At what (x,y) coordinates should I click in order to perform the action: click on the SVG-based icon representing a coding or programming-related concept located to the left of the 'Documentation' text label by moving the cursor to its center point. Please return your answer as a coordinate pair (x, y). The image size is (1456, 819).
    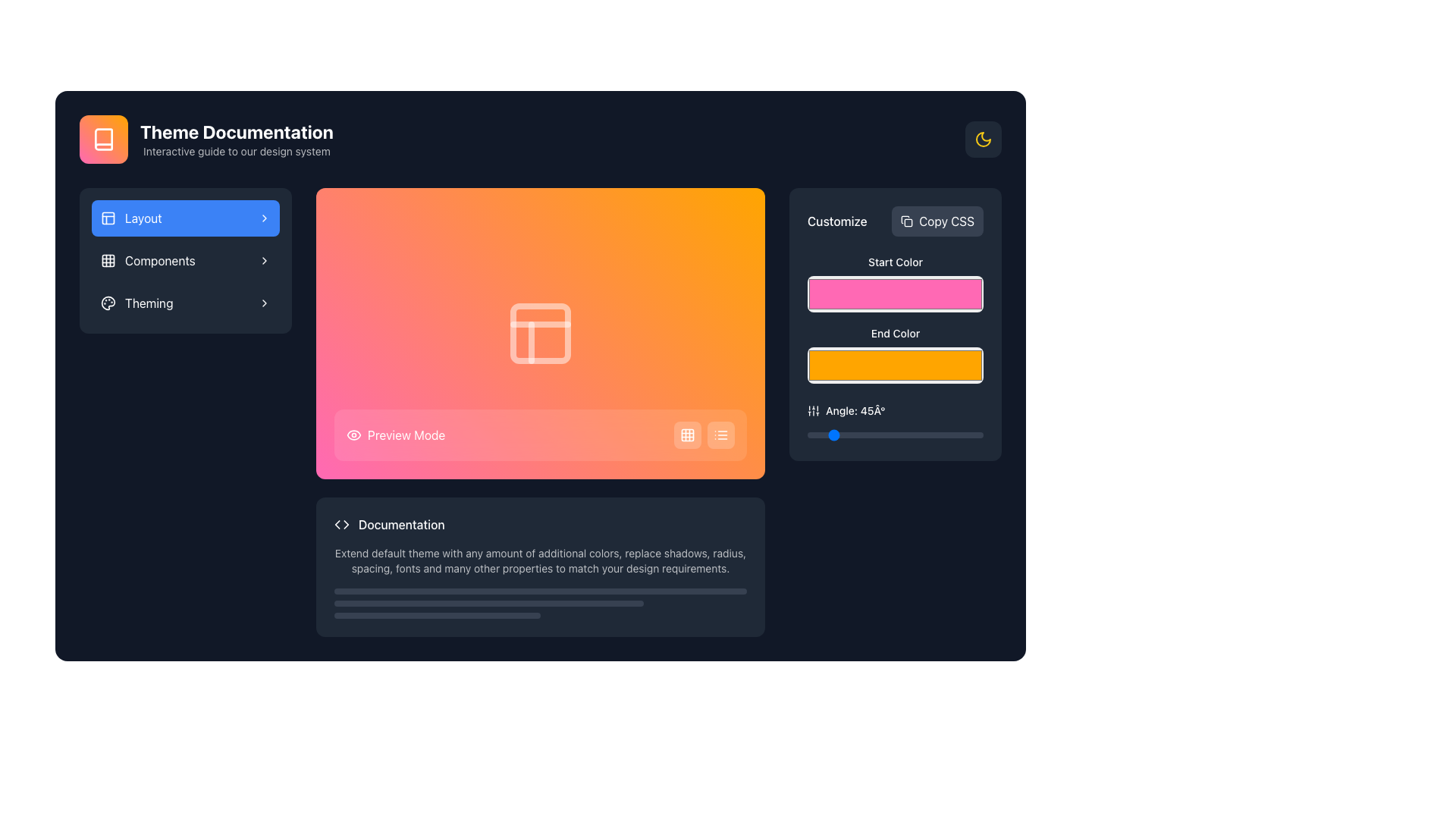
    Looking at the image, I should click on (341, 523).